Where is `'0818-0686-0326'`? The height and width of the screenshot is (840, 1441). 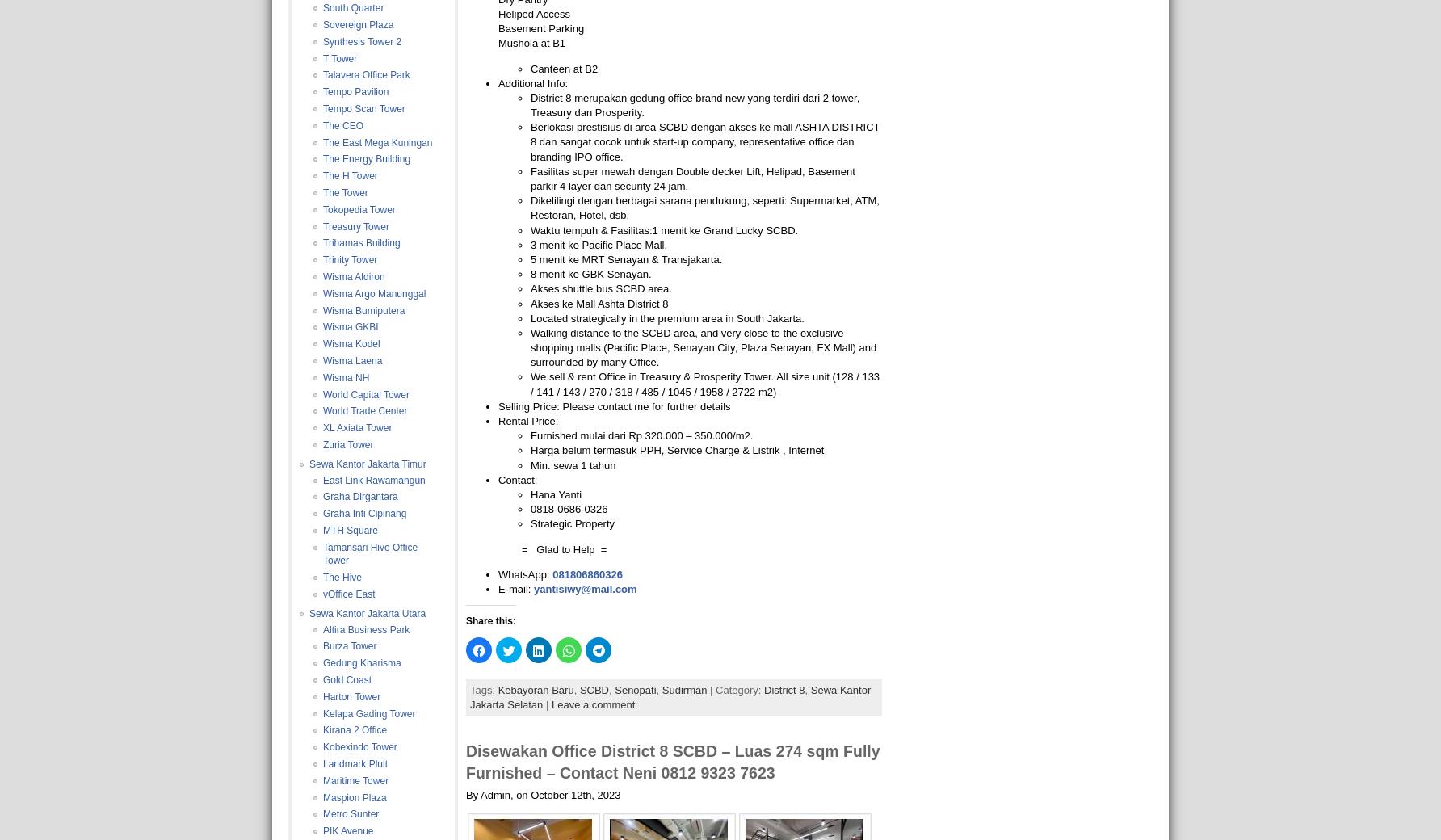 '0818-0686-0326' is located at coordinates (569, 508).